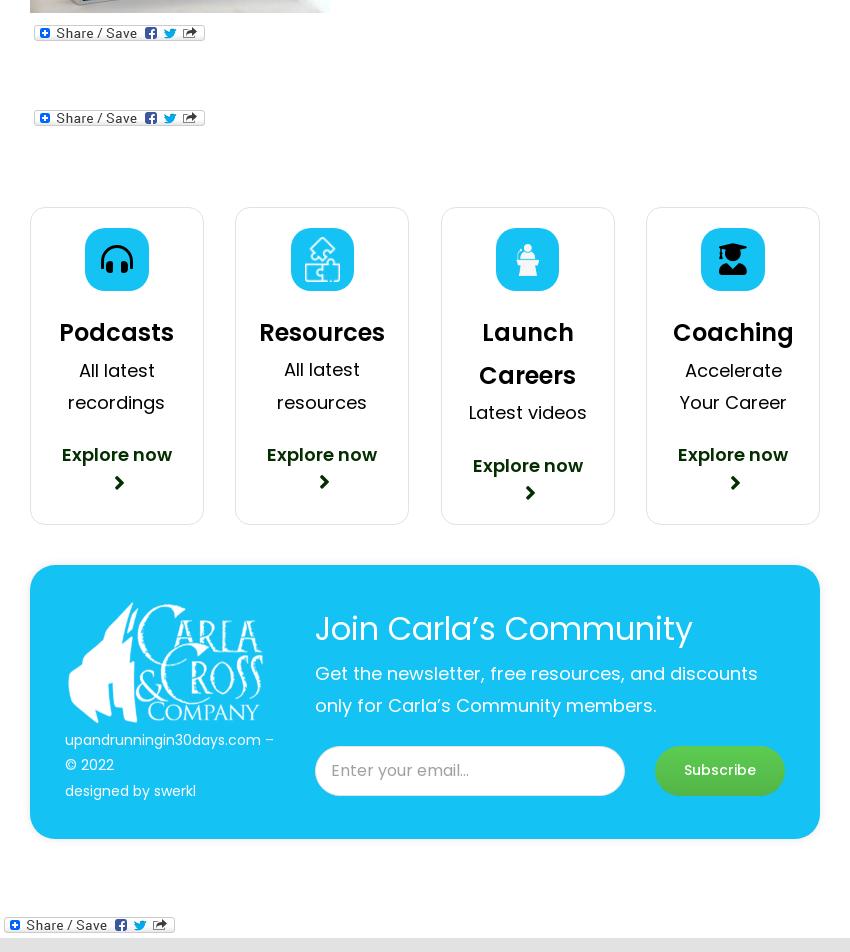  I want to click on 'upandrunningin30days.com – © 2022', so click(168, 752).